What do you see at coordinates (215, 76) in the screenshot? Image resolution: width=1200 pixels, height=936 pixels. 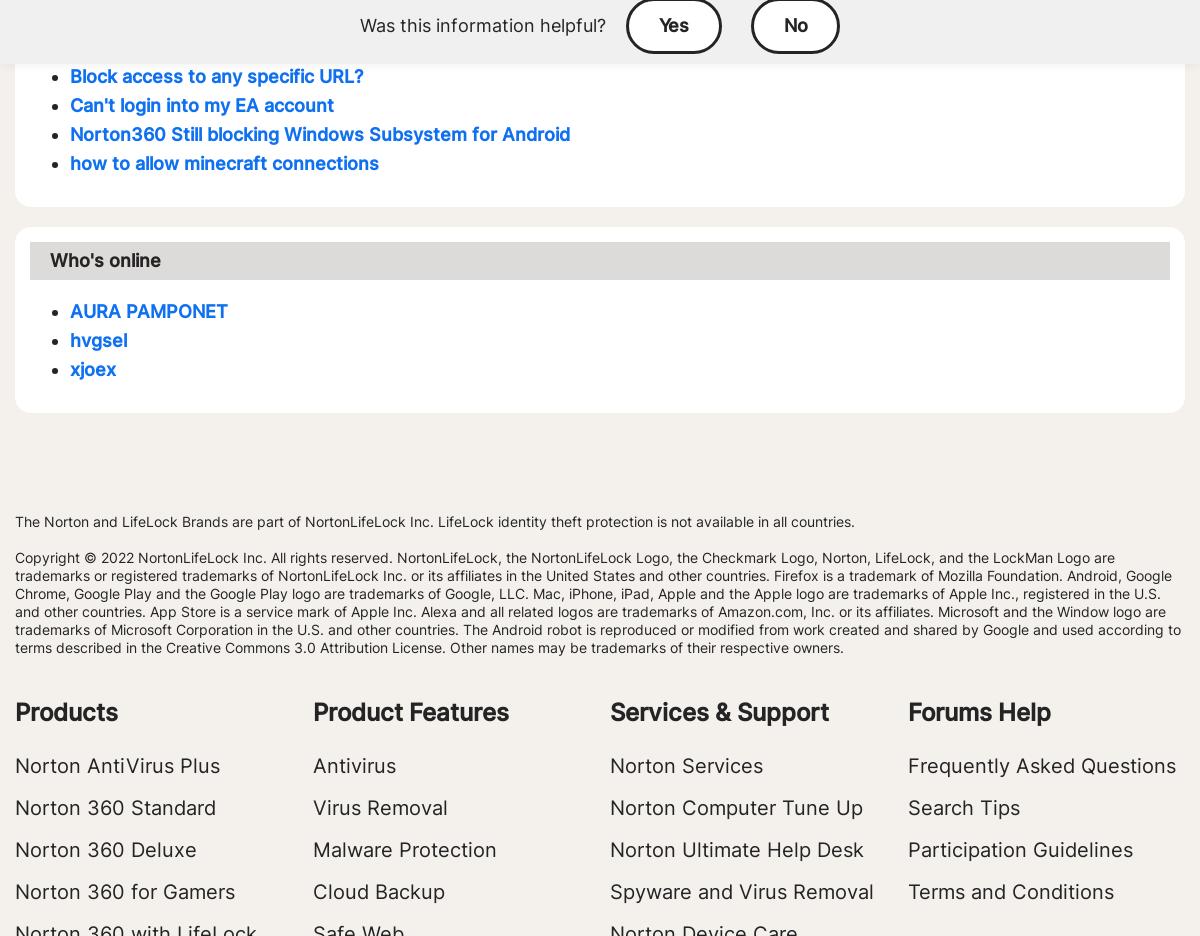 I see `'Block access to any specific URL?'` at bounding box center [215, 76].